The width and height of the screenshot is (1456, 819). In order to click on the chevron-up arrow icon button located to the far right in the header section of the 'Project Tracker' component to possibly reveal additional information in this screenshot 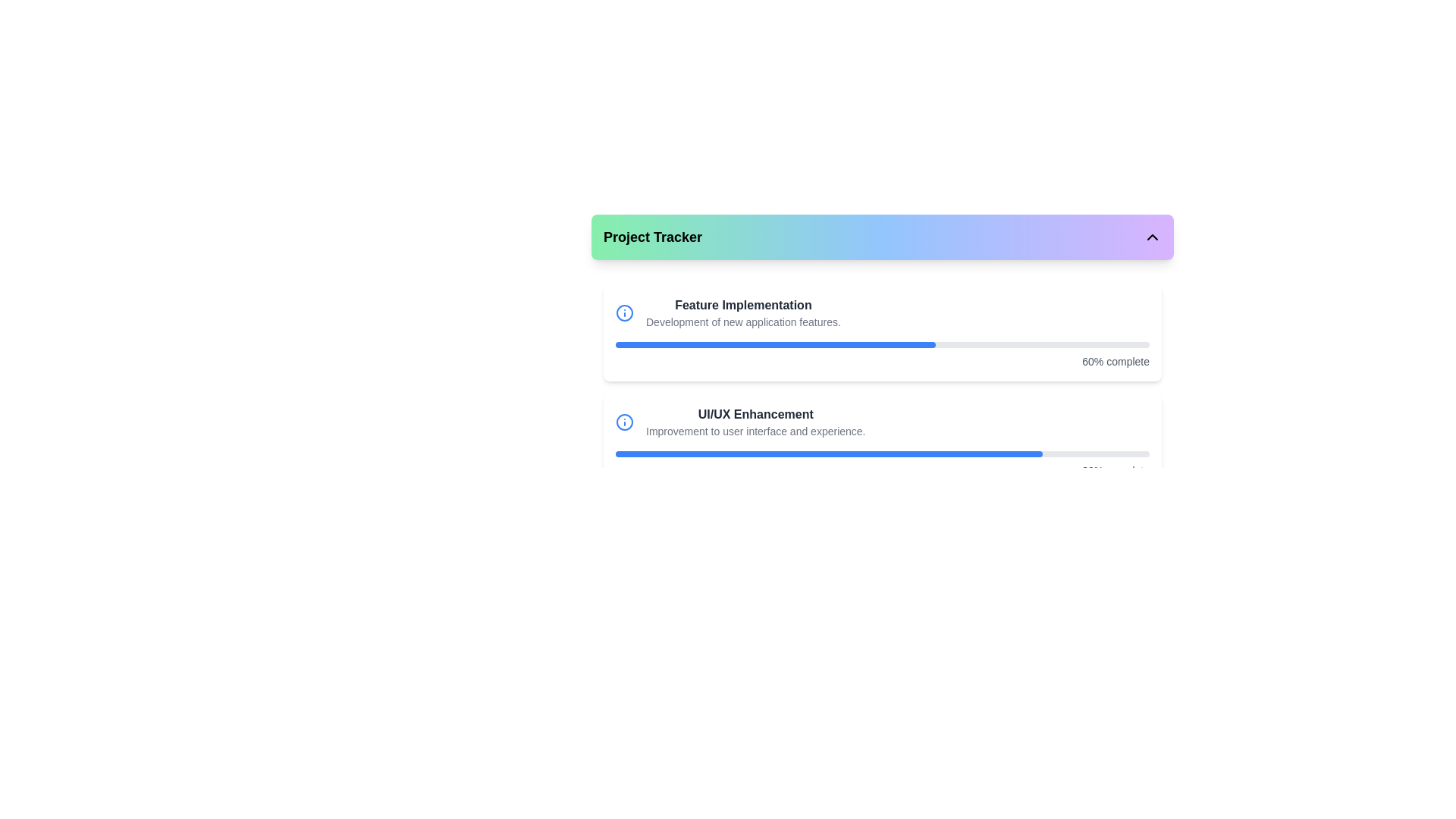, I will do `click(1153, 237)`.